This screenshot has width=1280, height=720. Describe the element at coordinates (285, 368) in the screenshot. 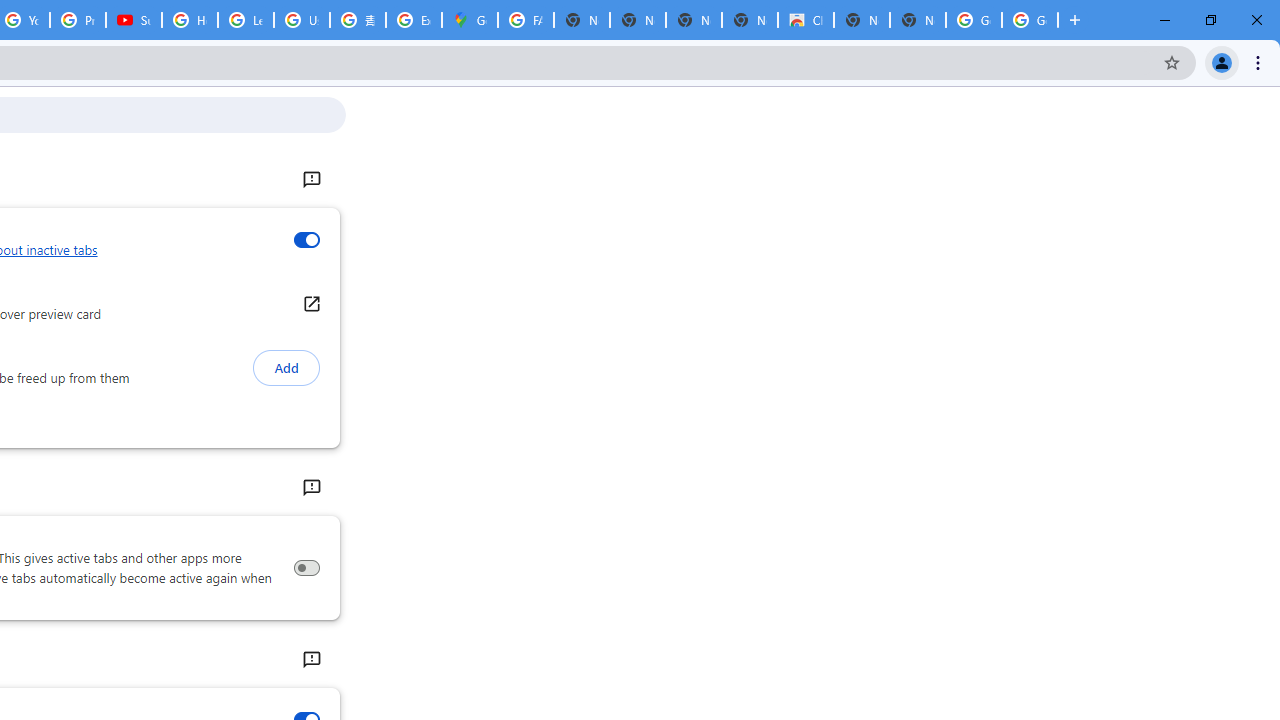

I see `'Add to the "always keep these sites active" list'` at that location.